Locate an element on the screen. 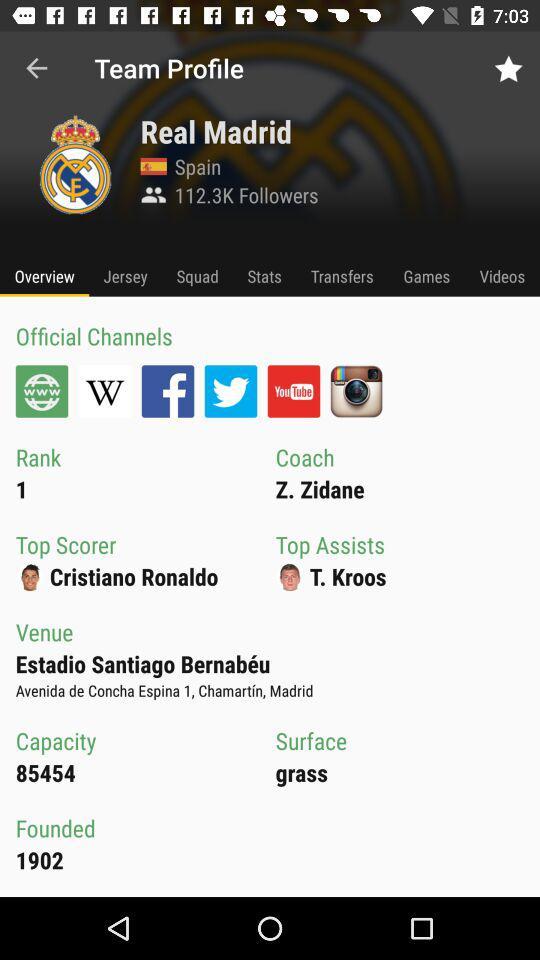  icon next to the jersey icon is located at coordinates (197, 275).